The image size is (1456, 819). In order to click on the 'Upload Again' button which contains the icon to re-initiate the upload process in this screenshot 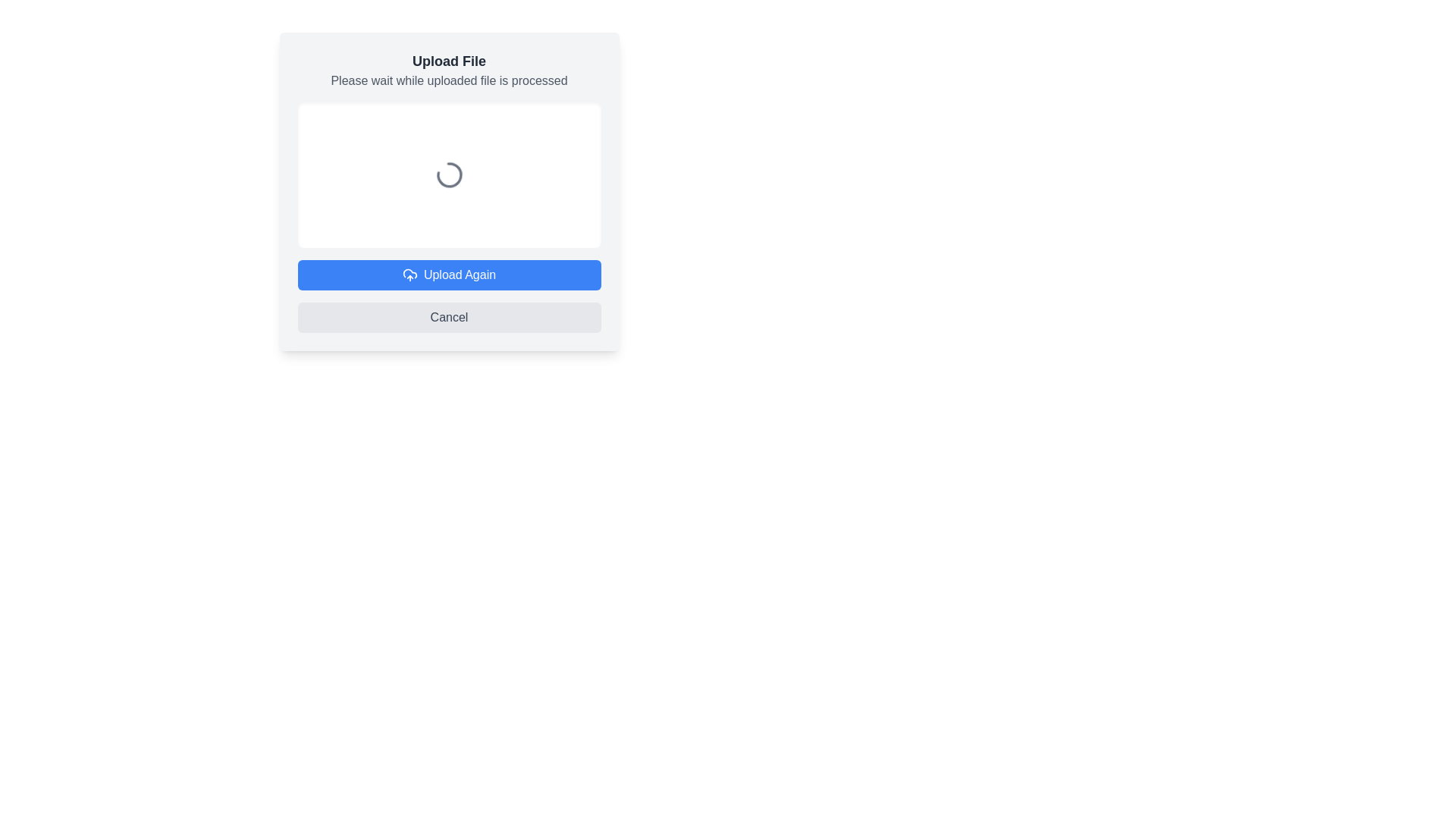, I will do `click(409, 275)`.